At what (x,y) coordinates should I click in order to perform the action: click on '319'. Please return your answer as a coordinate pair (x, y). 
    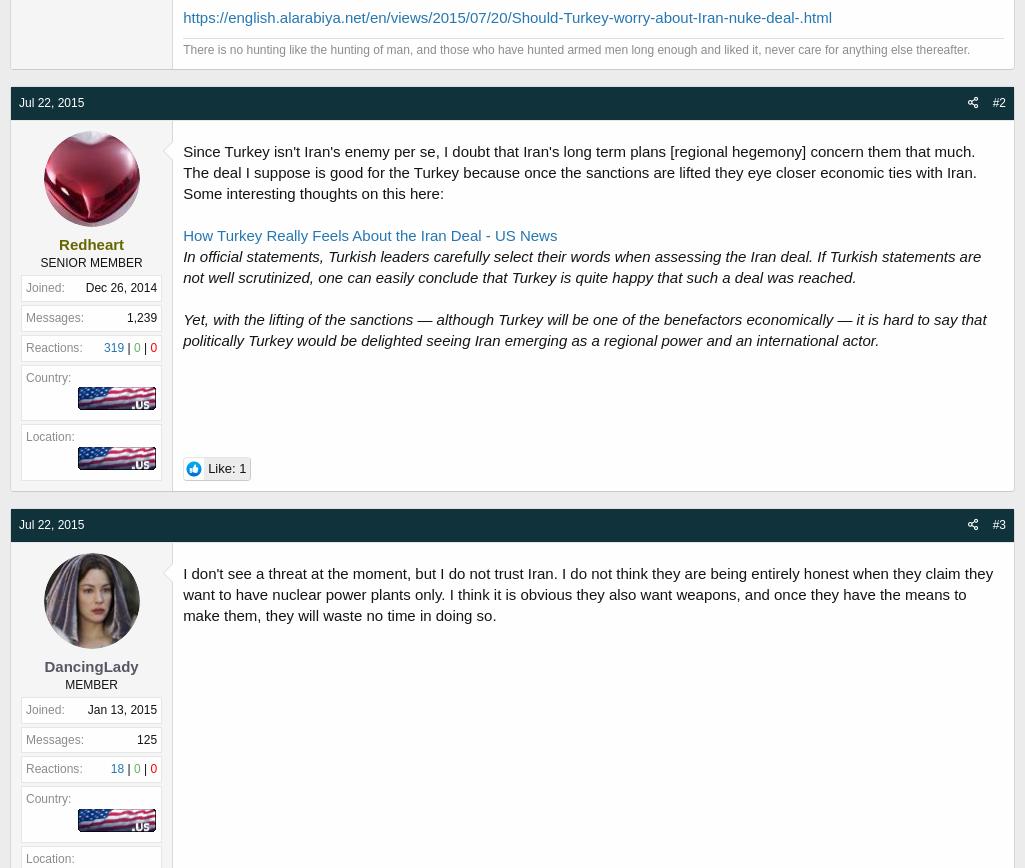
    Looking at the image, I should click on (113, 347).